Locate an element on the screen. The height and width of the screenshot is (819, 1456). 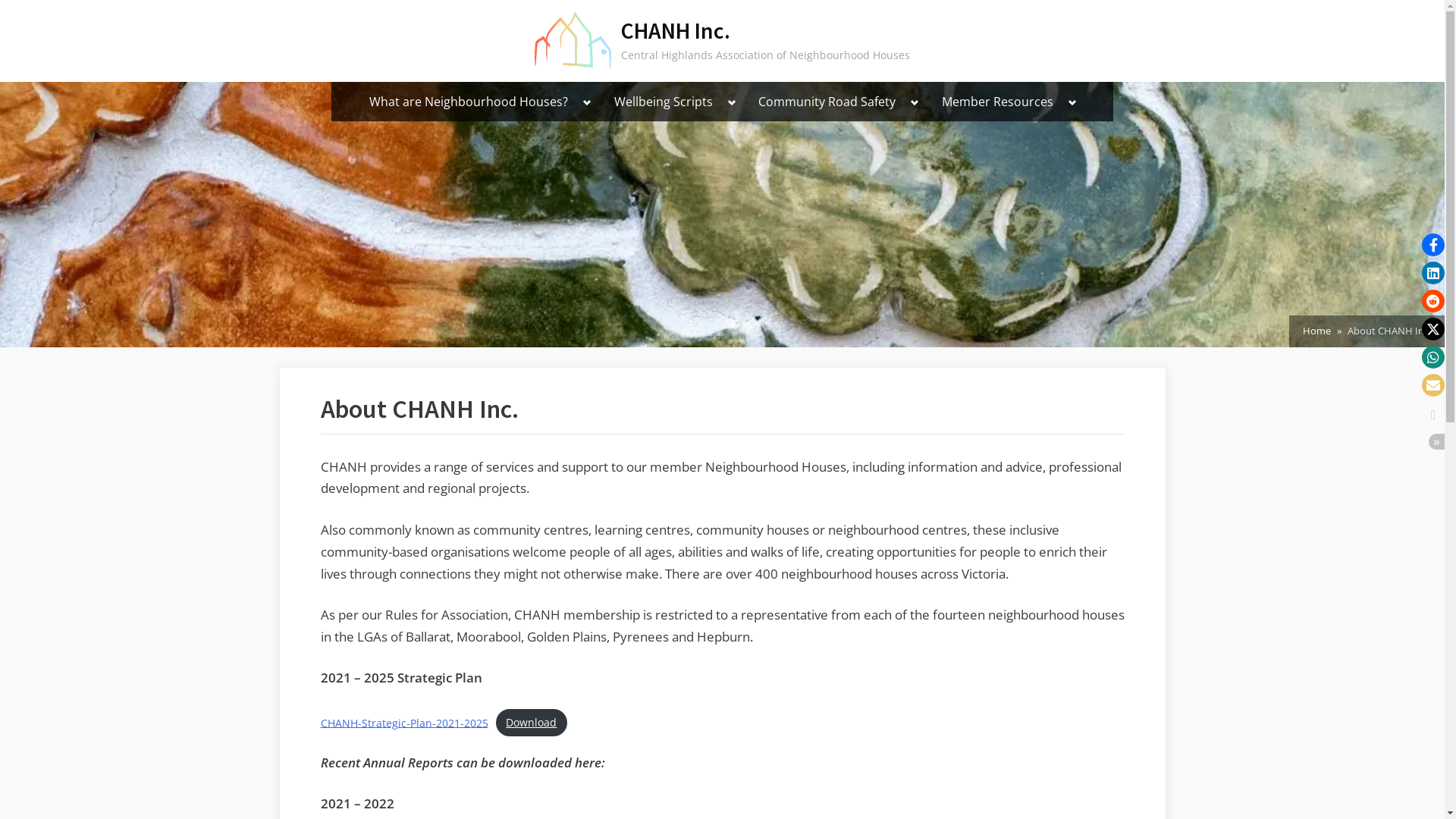
'Toggle sub-menu' is located at coordinates (586, 102).